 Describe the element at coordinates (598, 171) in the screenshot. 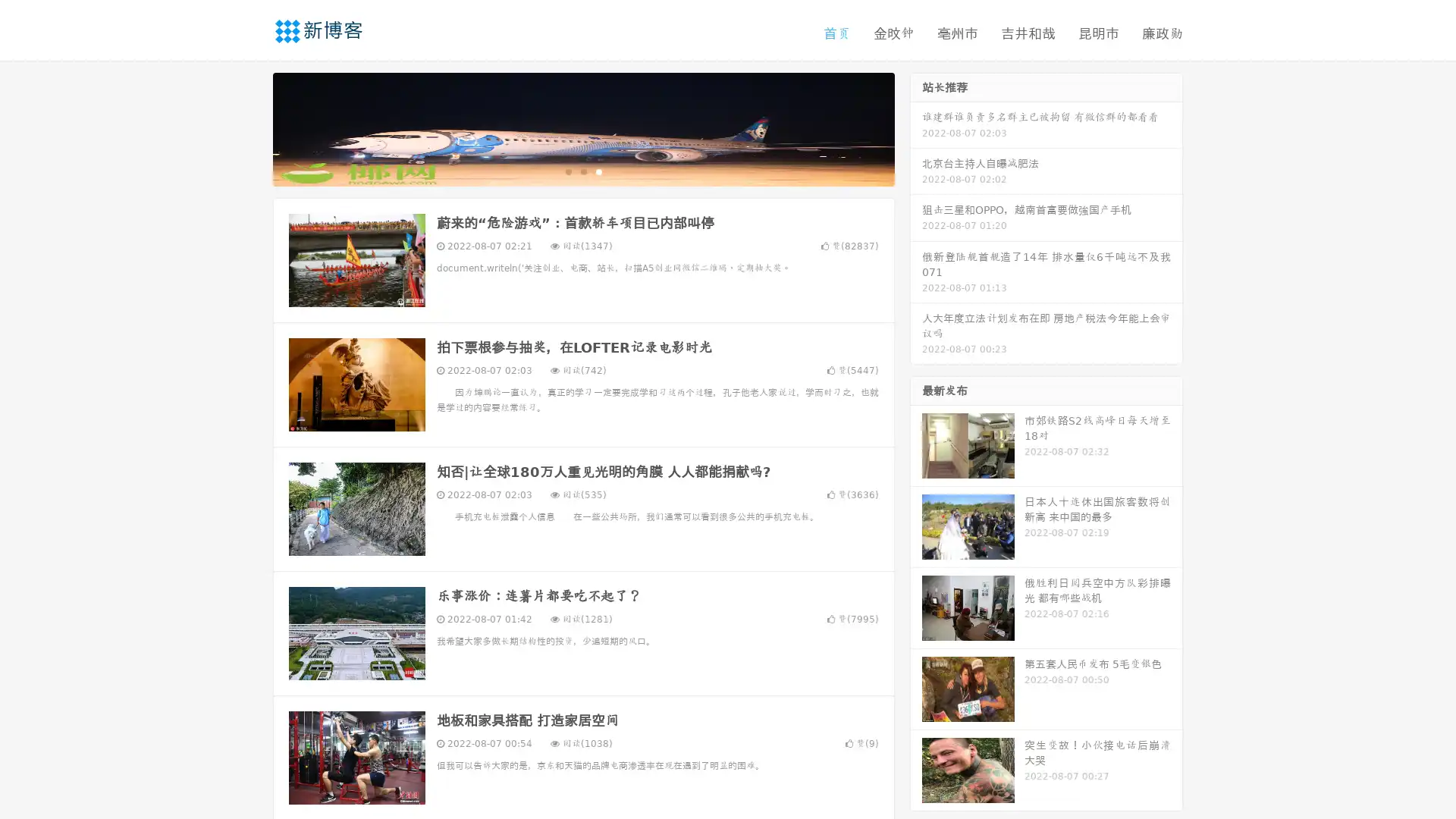

I see `Go to slide 3` at that location.